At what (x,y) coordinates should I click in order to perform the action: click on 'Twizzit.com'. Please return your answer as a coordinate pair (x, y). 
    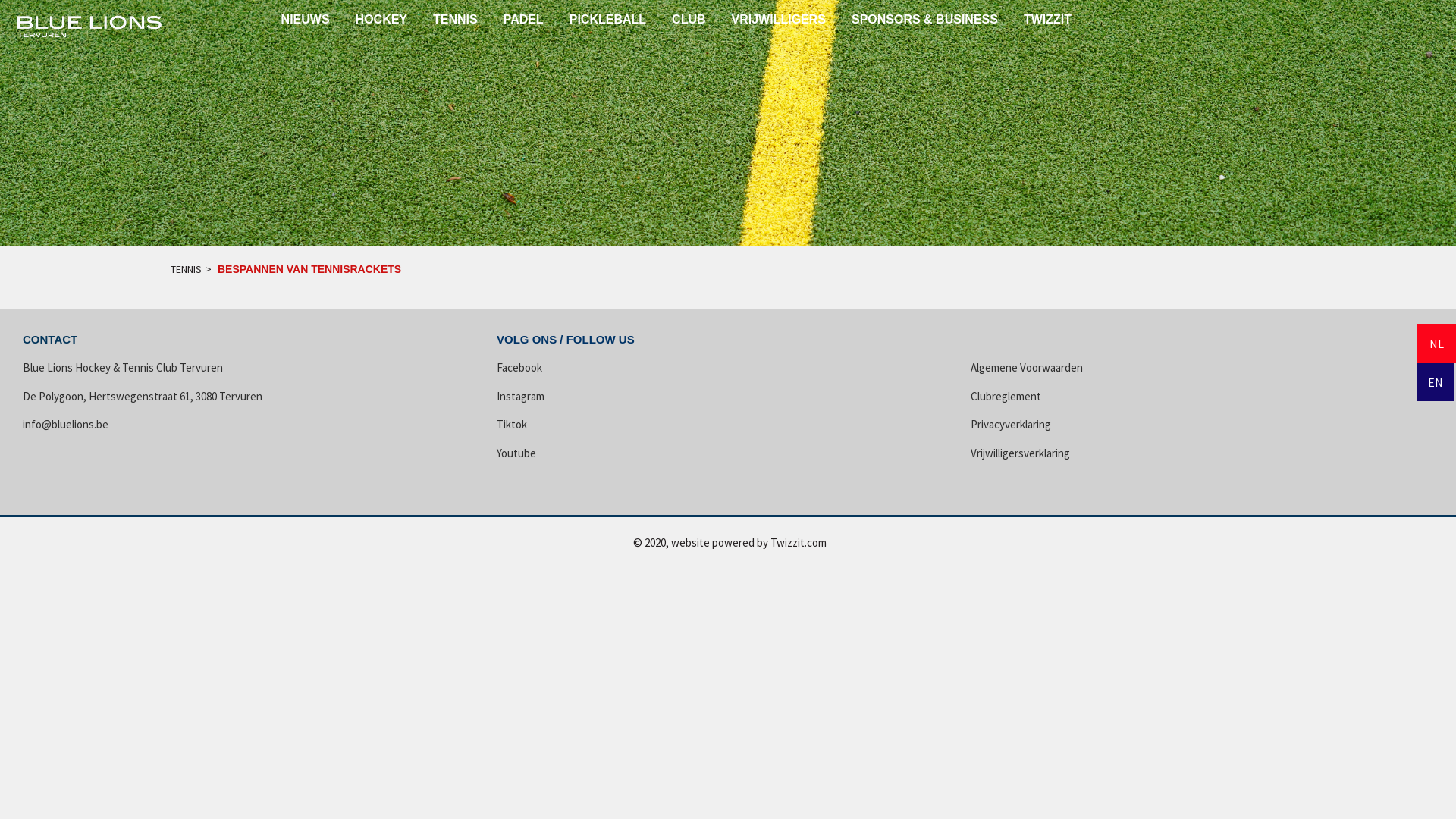
    Looking at the image, I should click on (797, 541).